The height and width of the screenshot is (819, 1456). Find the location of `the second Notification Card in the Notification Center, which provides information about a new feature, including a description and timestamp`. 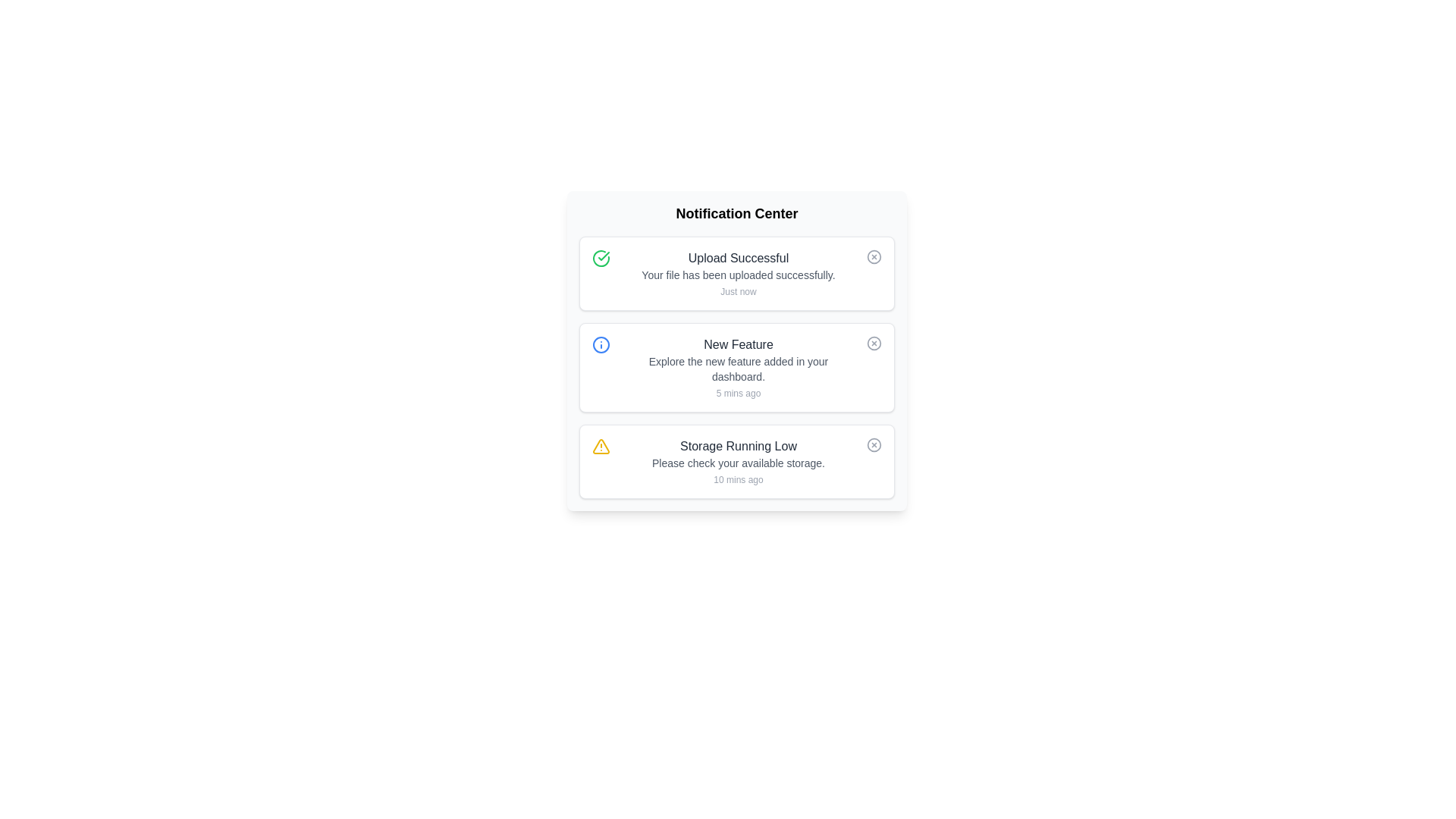

the second Notification Card in the Notification Center, which provides information about a new feature, including a description and timestamp is located at coordinates (736, 368).